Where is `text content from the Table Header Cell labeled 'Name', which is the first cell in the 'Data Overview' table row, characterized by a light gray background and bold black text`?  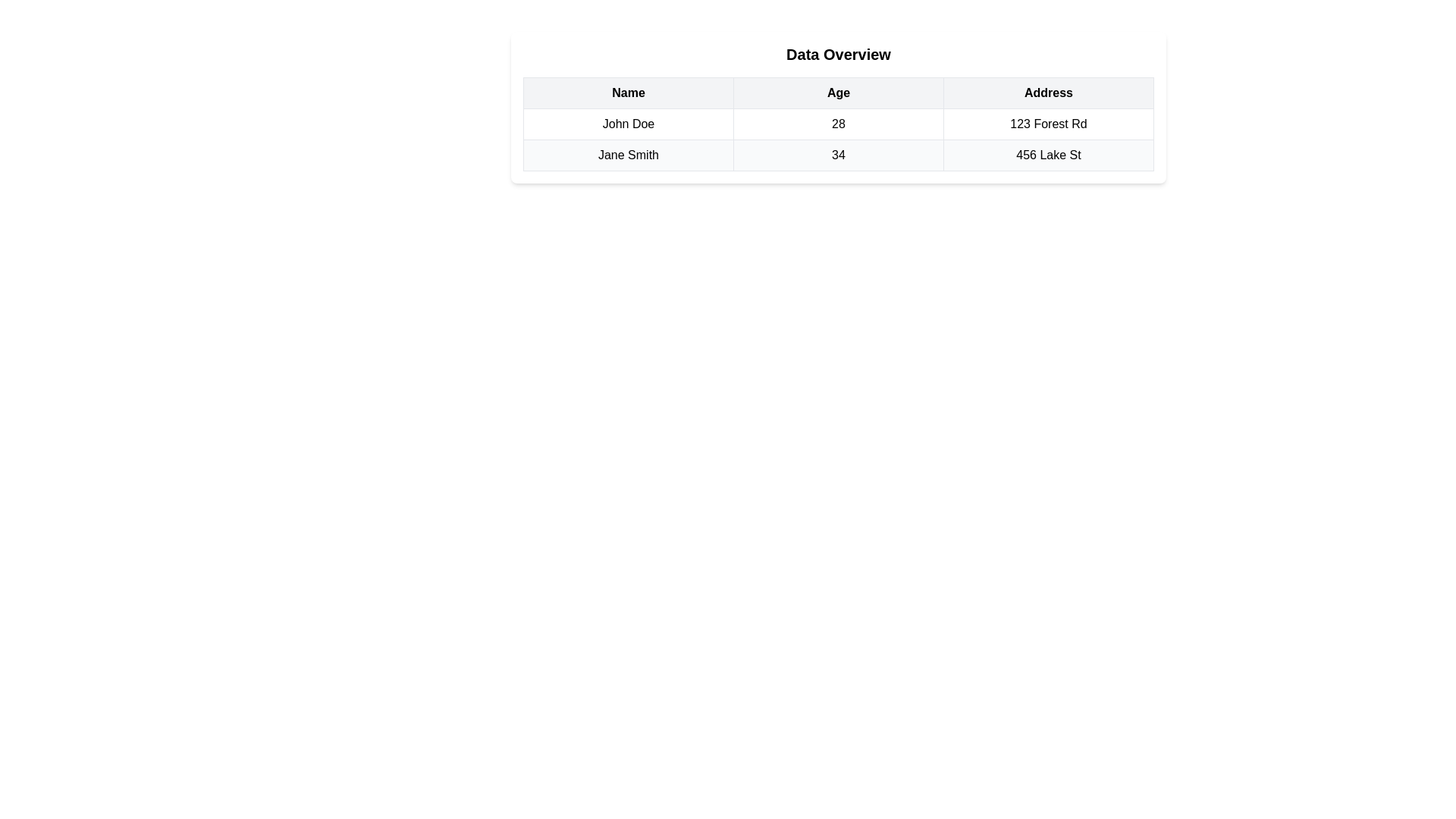
text content from the Table Header Cell labeled 'Name', which is the first cell in the 'Data Overview' table row, characterized by a light gray background and bold black text is located at coordinates (629, 93).